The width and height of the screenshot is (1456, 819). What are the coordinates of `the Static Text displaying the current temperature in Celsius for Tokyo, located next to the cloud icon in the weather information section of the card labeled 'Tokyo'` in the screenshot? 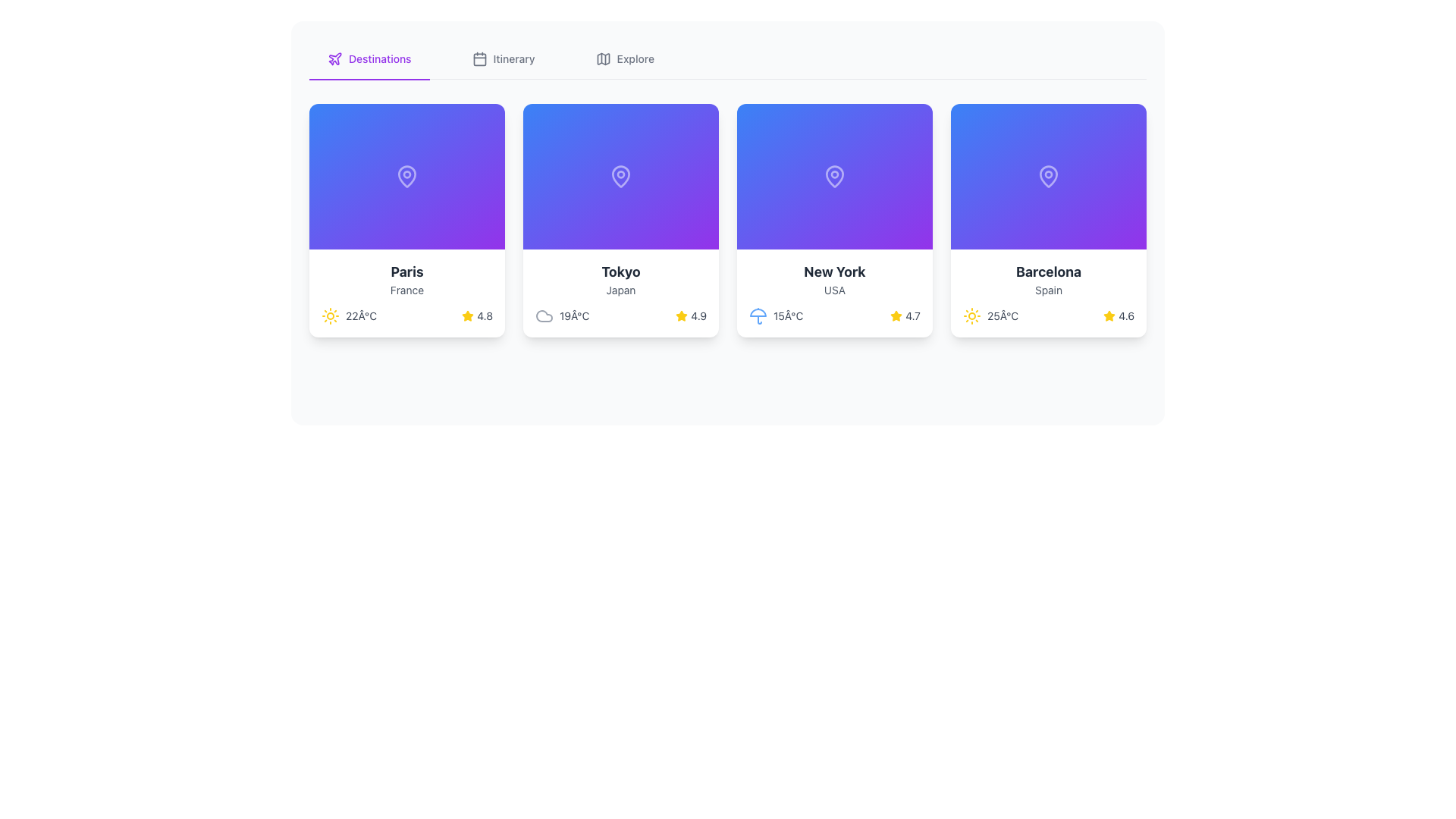 It's located at (573, 315).